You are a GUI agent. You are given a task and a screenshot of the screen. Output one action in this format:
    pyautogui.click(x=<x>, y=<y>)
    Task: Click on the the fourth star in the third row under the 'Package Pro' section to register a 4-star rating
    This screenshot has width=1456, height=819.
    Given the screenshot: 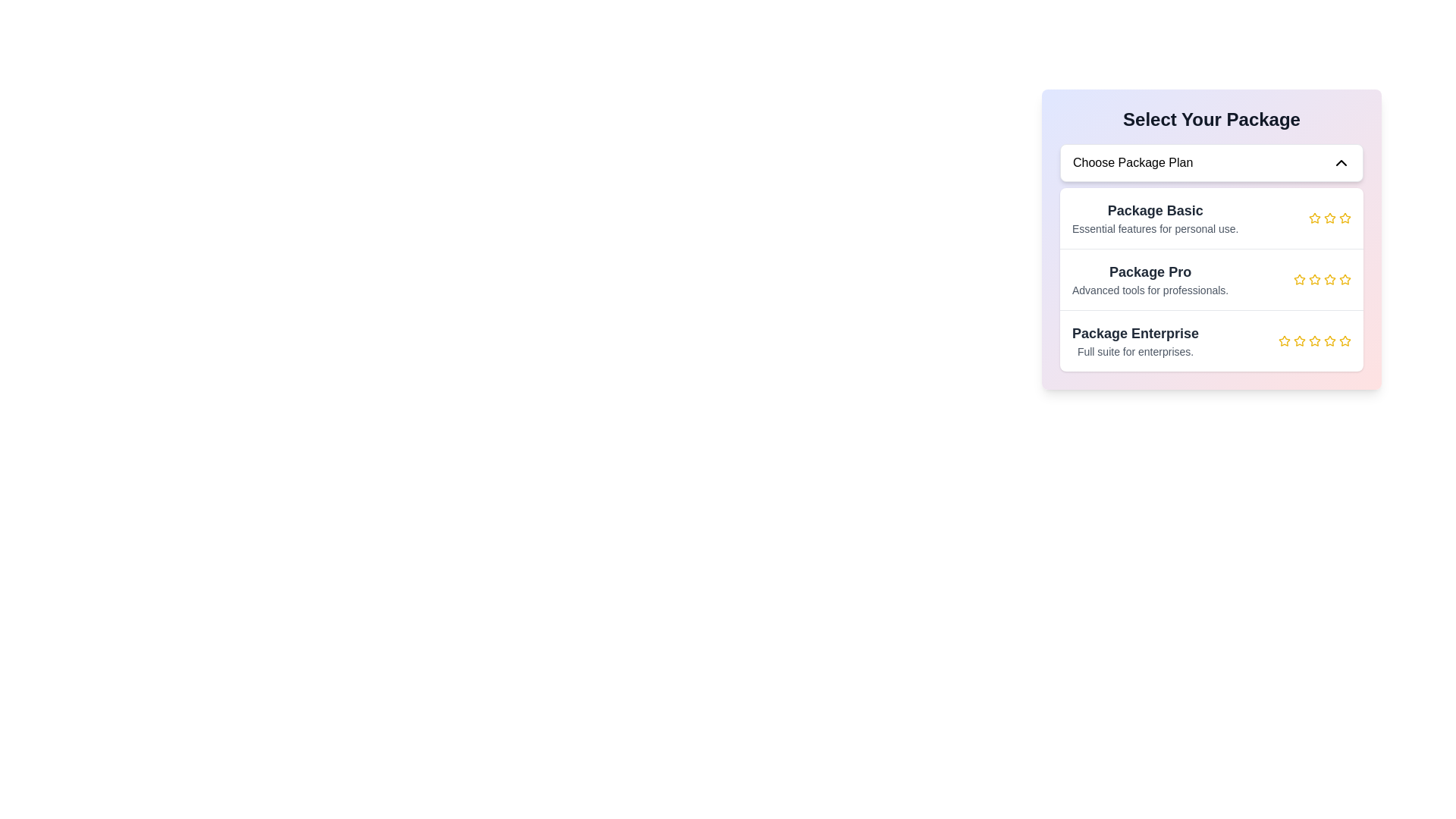 What is the action you would take?
    pyautogui.click(x=1345, y=279)
    